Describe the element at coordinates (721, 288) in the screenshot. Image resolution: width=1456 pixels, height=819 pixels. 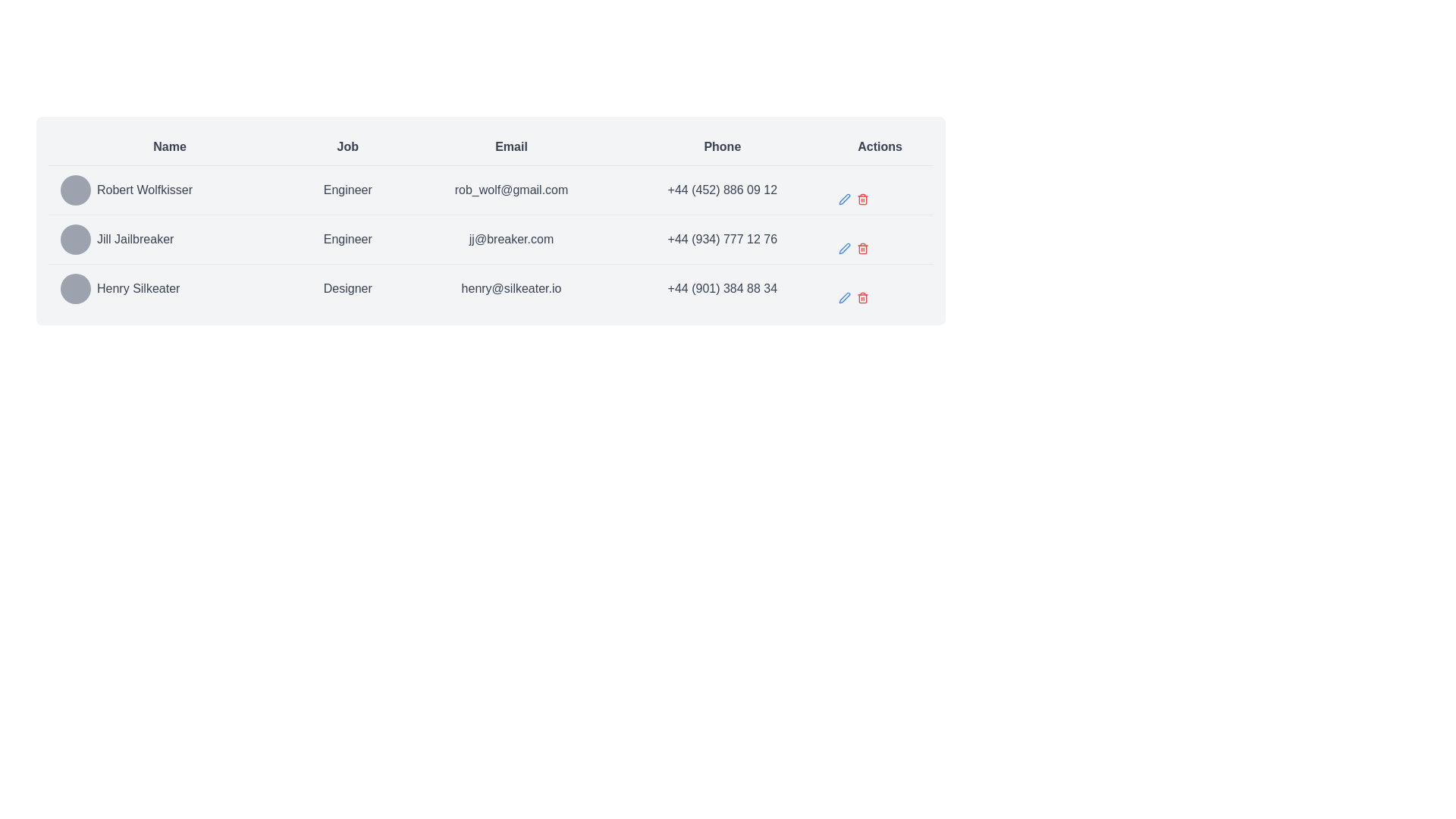
I see `the static text element displaying the phone number for Henry Silkeater located` at that location.